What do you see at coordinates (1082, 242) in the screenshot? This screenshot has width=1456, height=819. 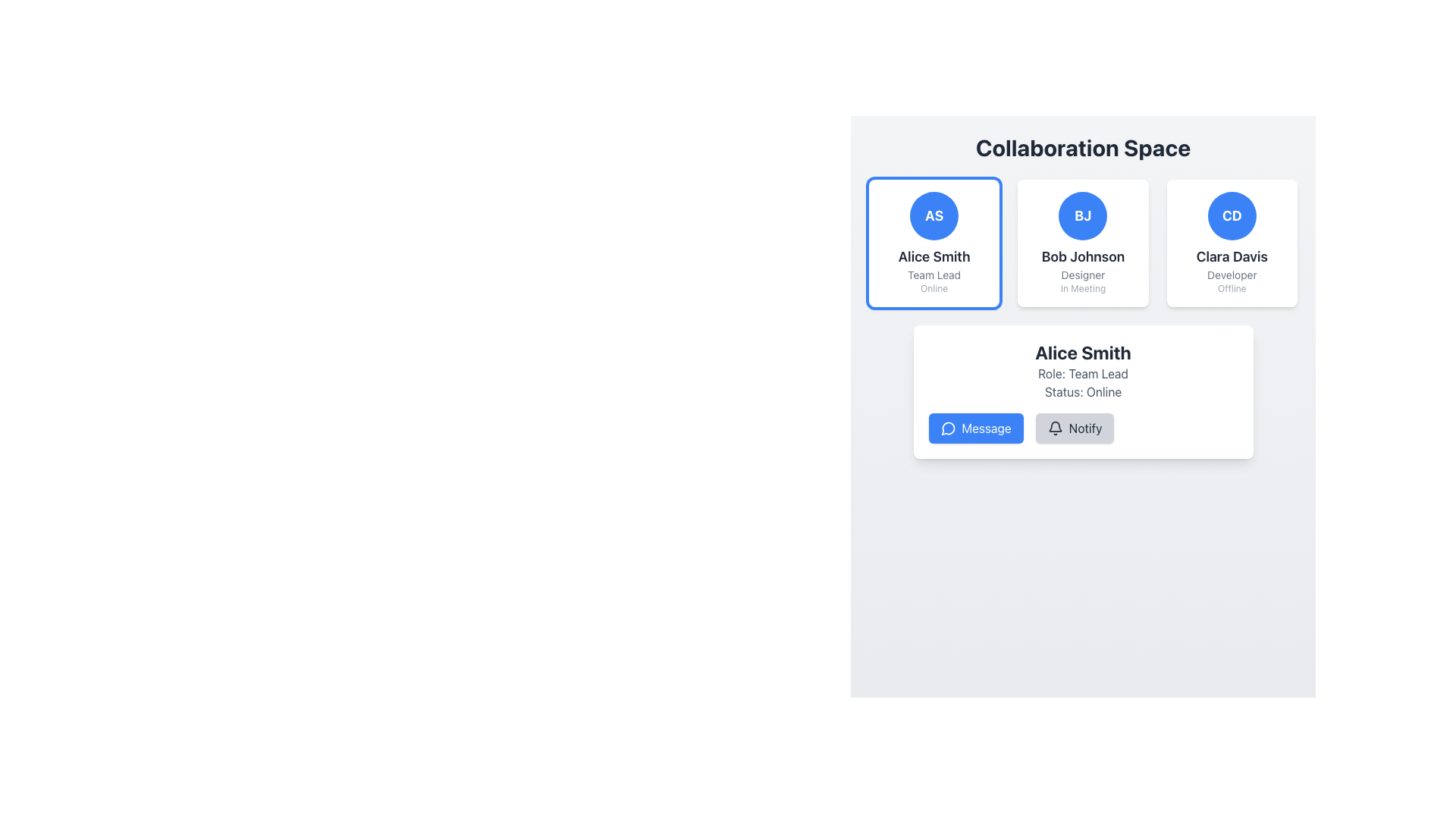 I see `the interactive card displaying information about the team member` at bounding box center [1082, 242].